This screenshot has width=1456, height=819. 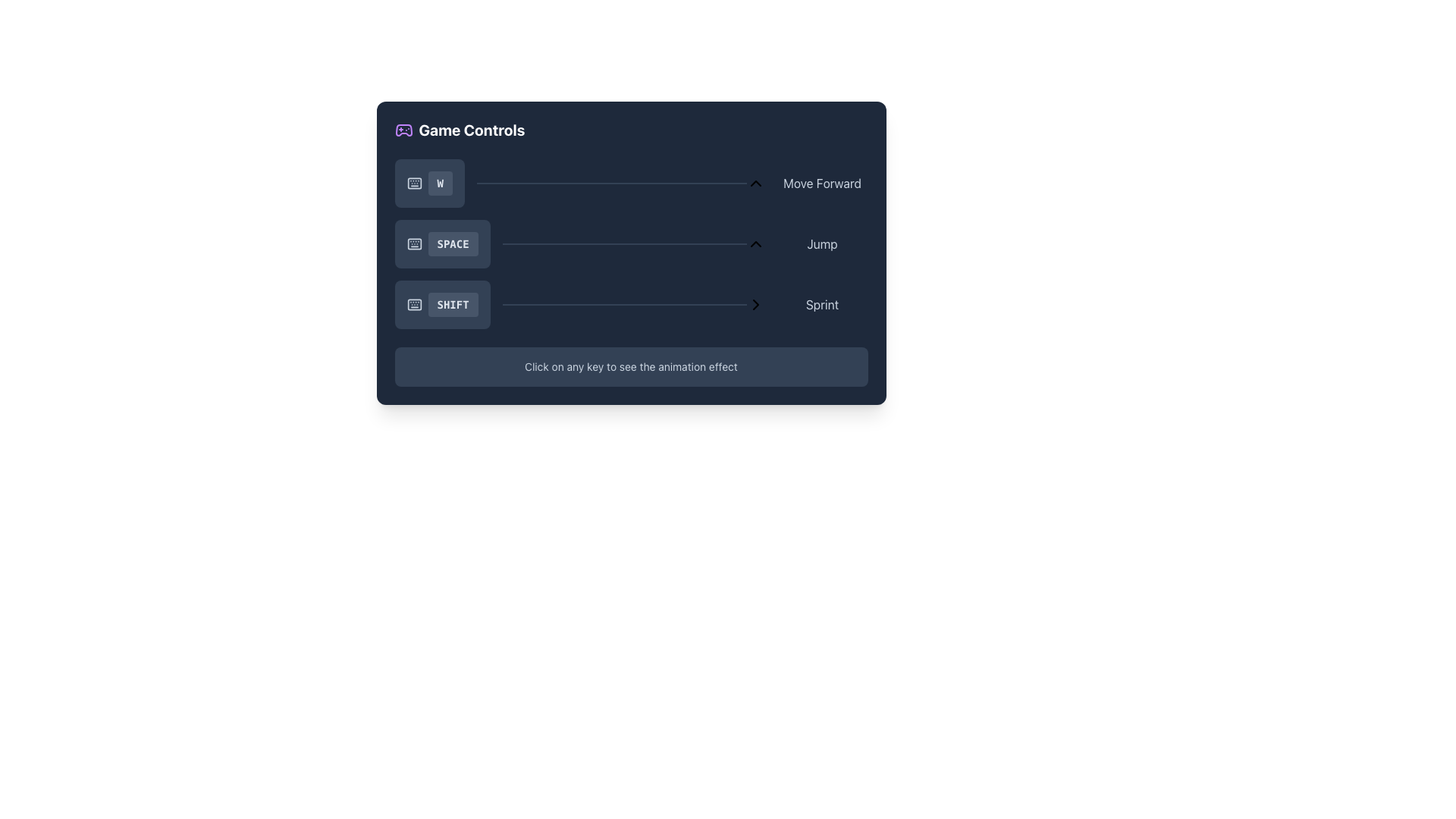 I want to click on the first button labeled 'W' with a dark gray background and rounded corners, located in the 'Game Controls' section, so click(x=439, y=183).